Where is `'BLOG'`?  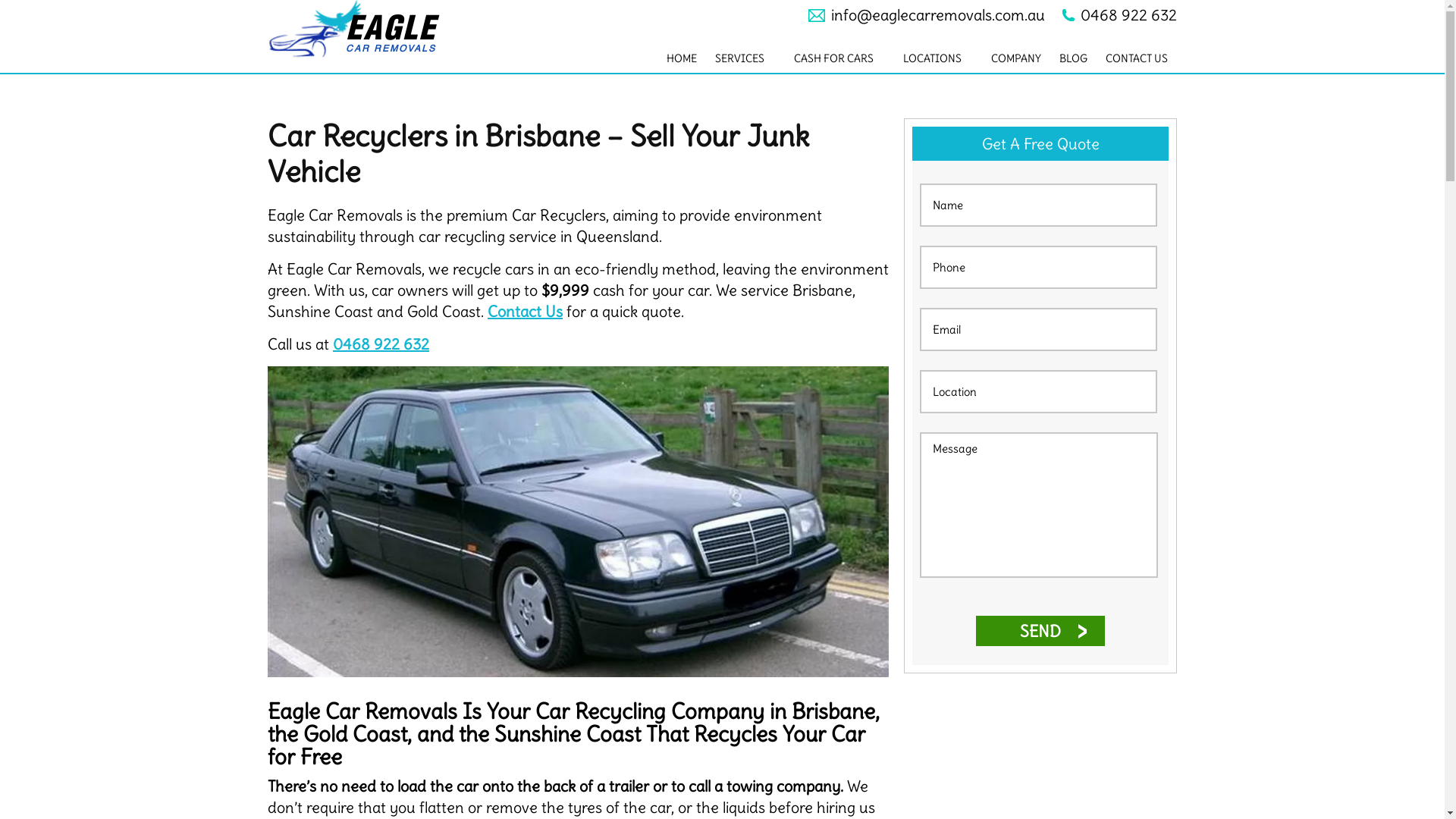 'BLOG' is located at coordinates (1050, 58).